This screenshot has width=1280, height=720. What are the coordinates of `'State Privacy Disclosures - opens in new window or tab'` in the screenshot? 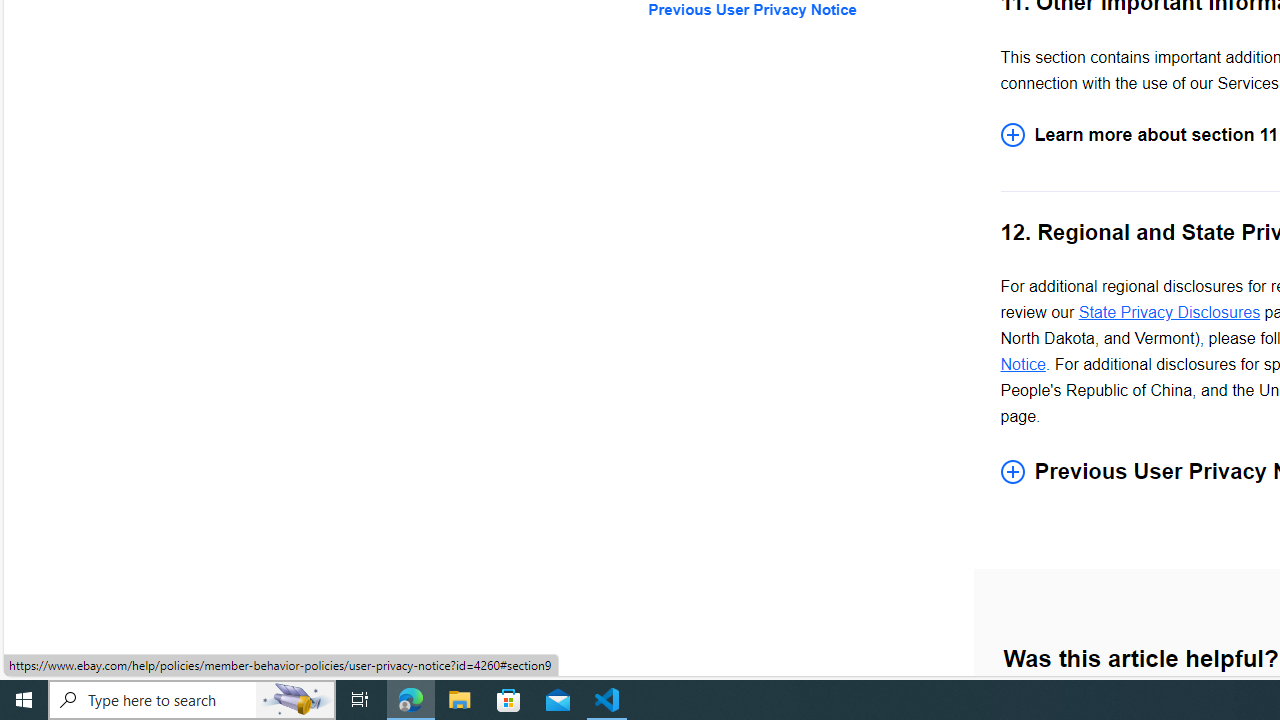 It's located at (1169, 312).